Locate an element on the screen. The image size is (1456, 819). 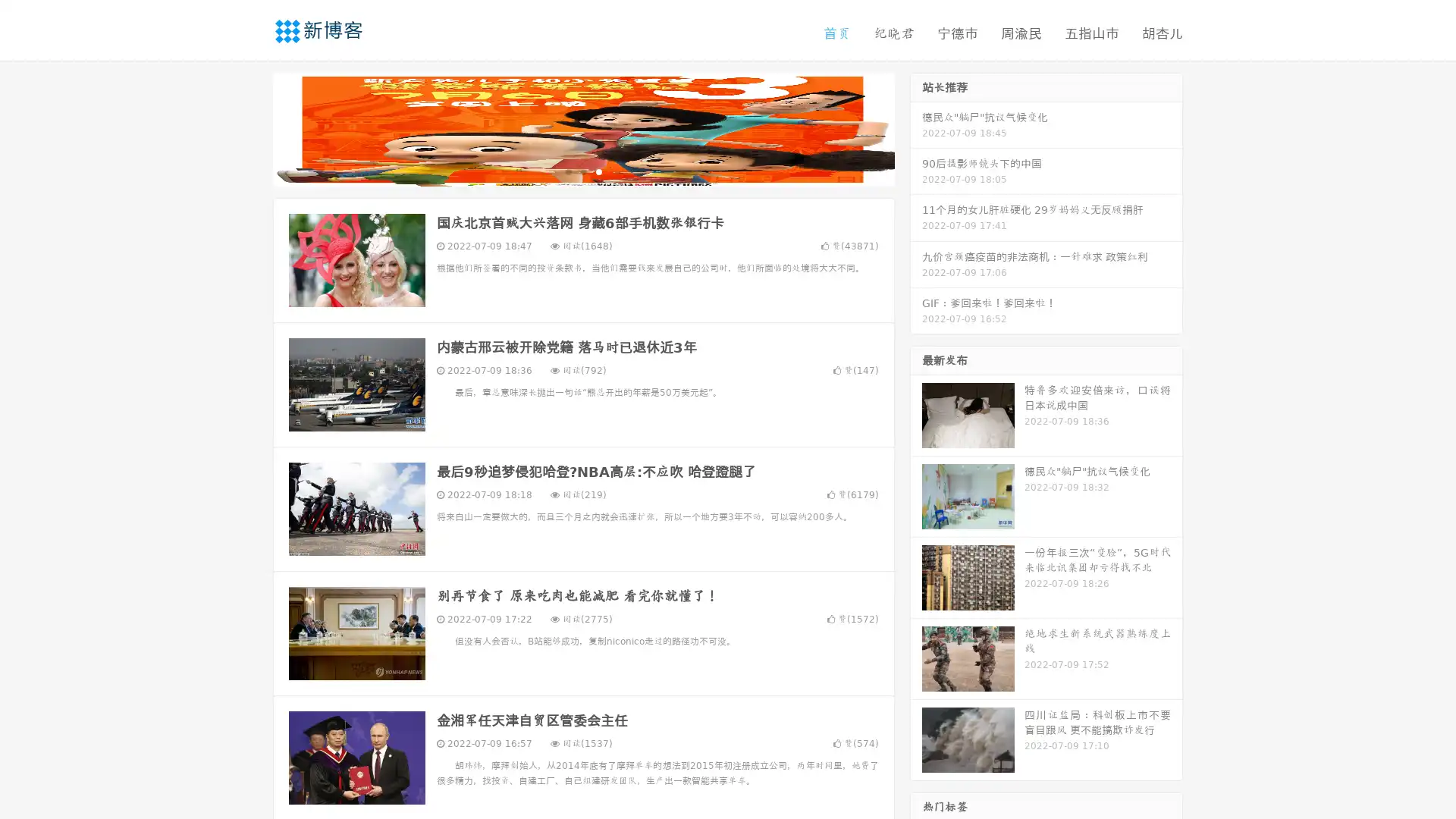
Go to slide 1 is located at coordinates (567, 171).